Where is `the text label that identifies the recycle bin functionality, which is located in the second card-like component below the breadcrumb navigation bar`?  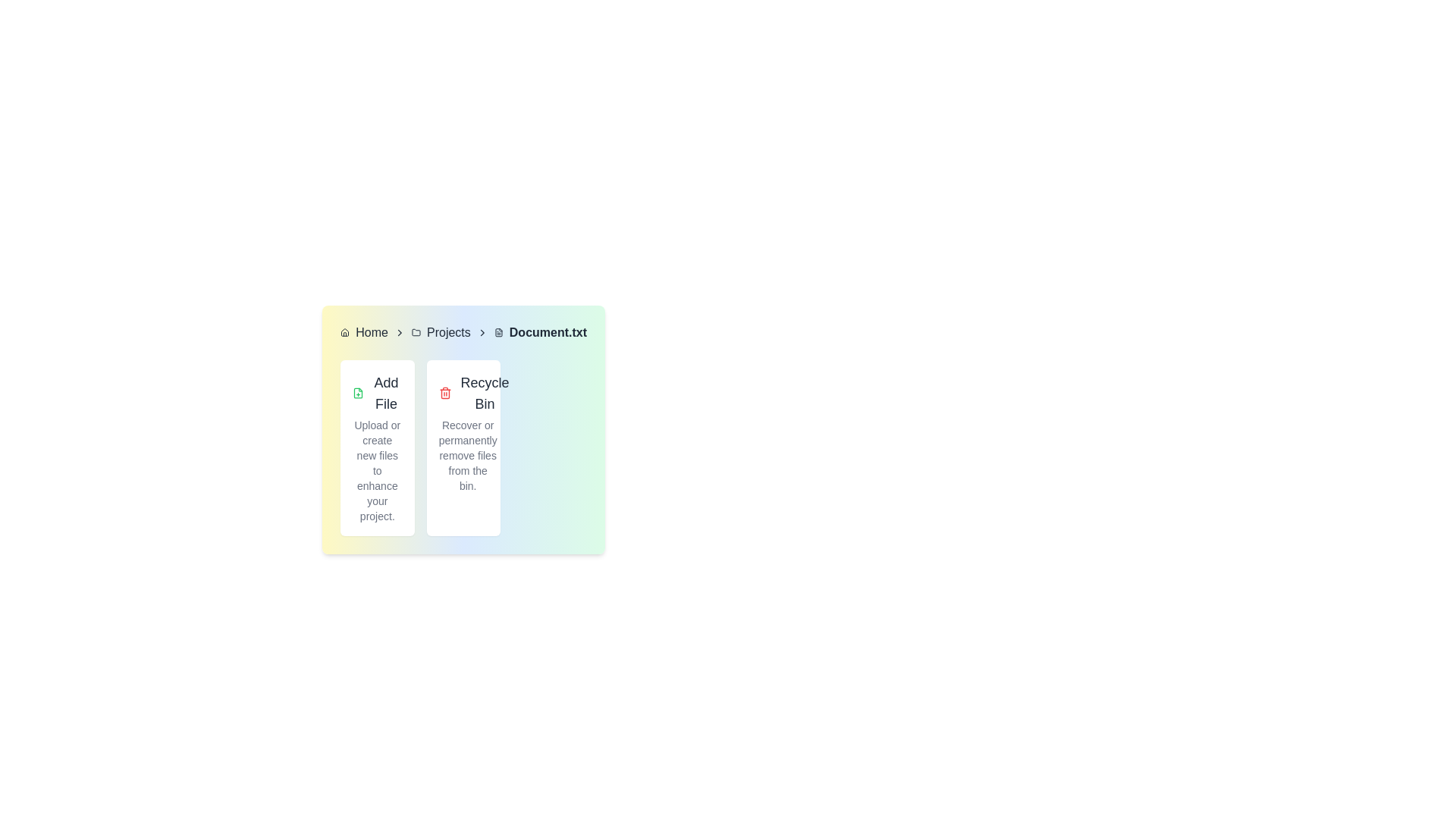
the text label that identifies the recycle bin functionality, which is located in the second card-like component below the breadcrumb navigation bar is located at coordinates (484, 393).